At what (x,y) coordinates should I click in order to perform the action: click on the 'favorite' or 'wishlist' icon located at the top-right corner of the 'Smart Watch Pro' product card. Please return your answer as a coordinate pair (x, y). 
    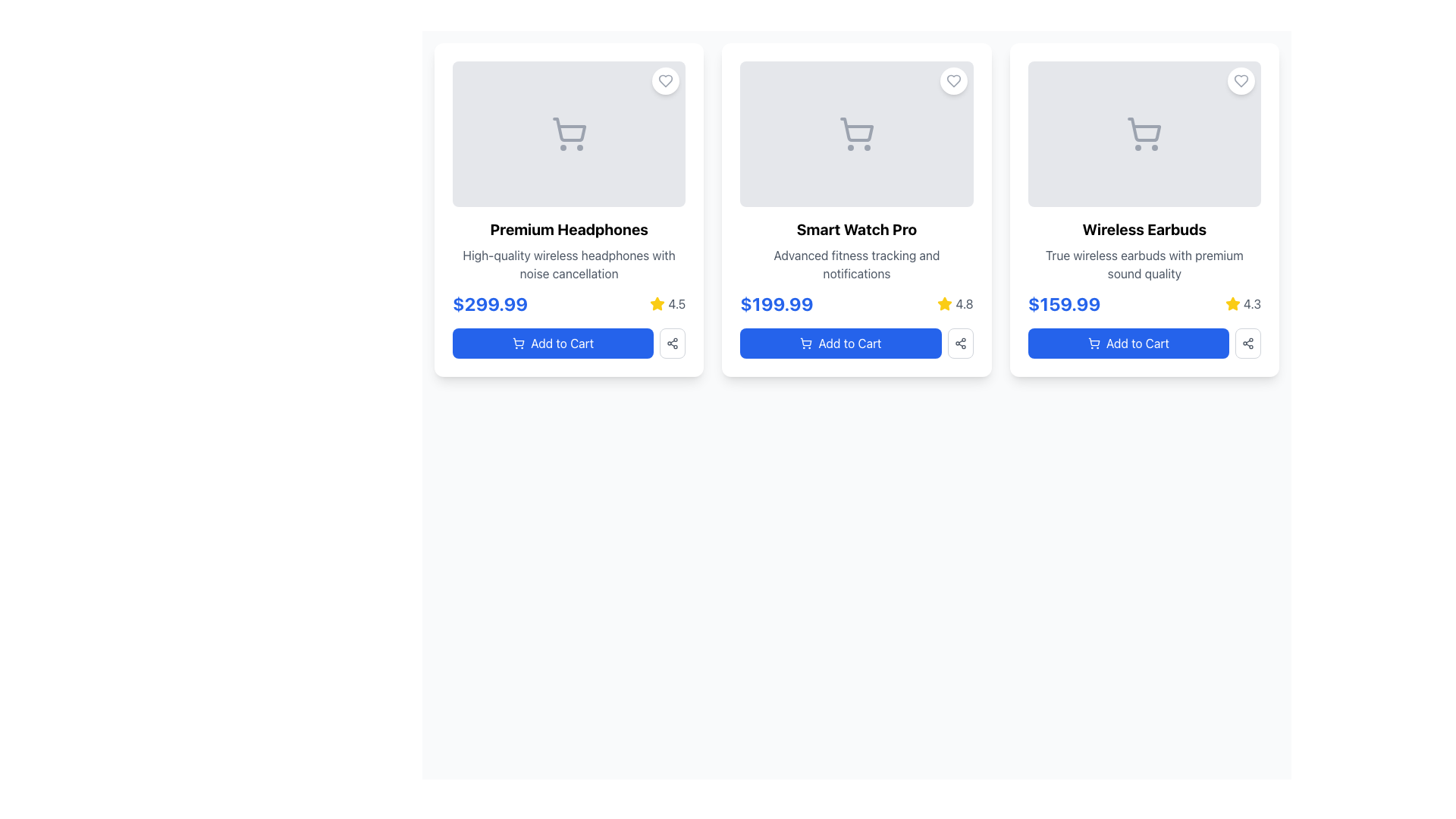
    Looking at the image, I should click on (666, 81).